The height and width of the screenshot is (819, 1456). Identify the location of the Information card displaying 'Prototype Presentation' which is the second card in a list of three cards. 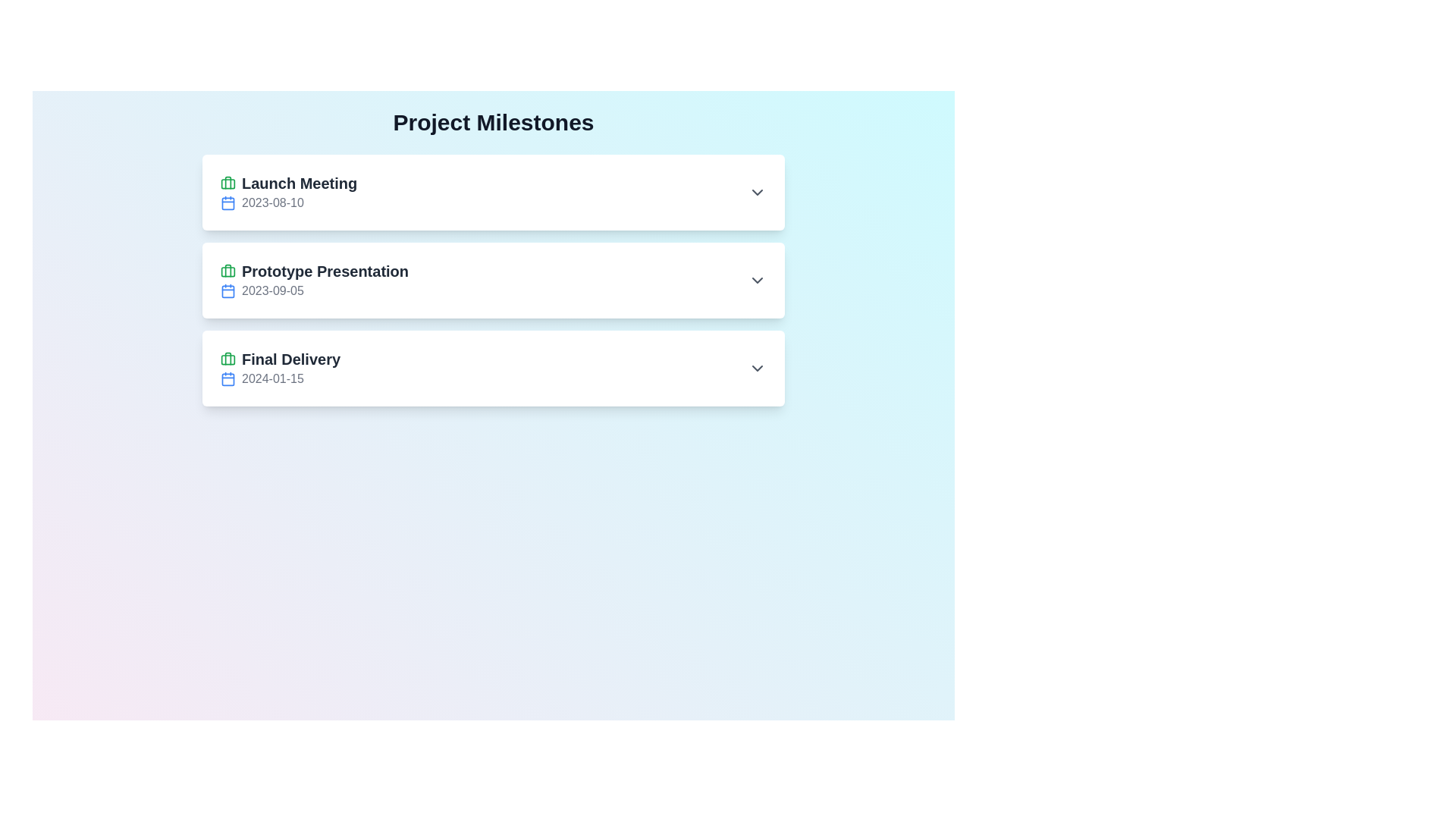
(494, 281).